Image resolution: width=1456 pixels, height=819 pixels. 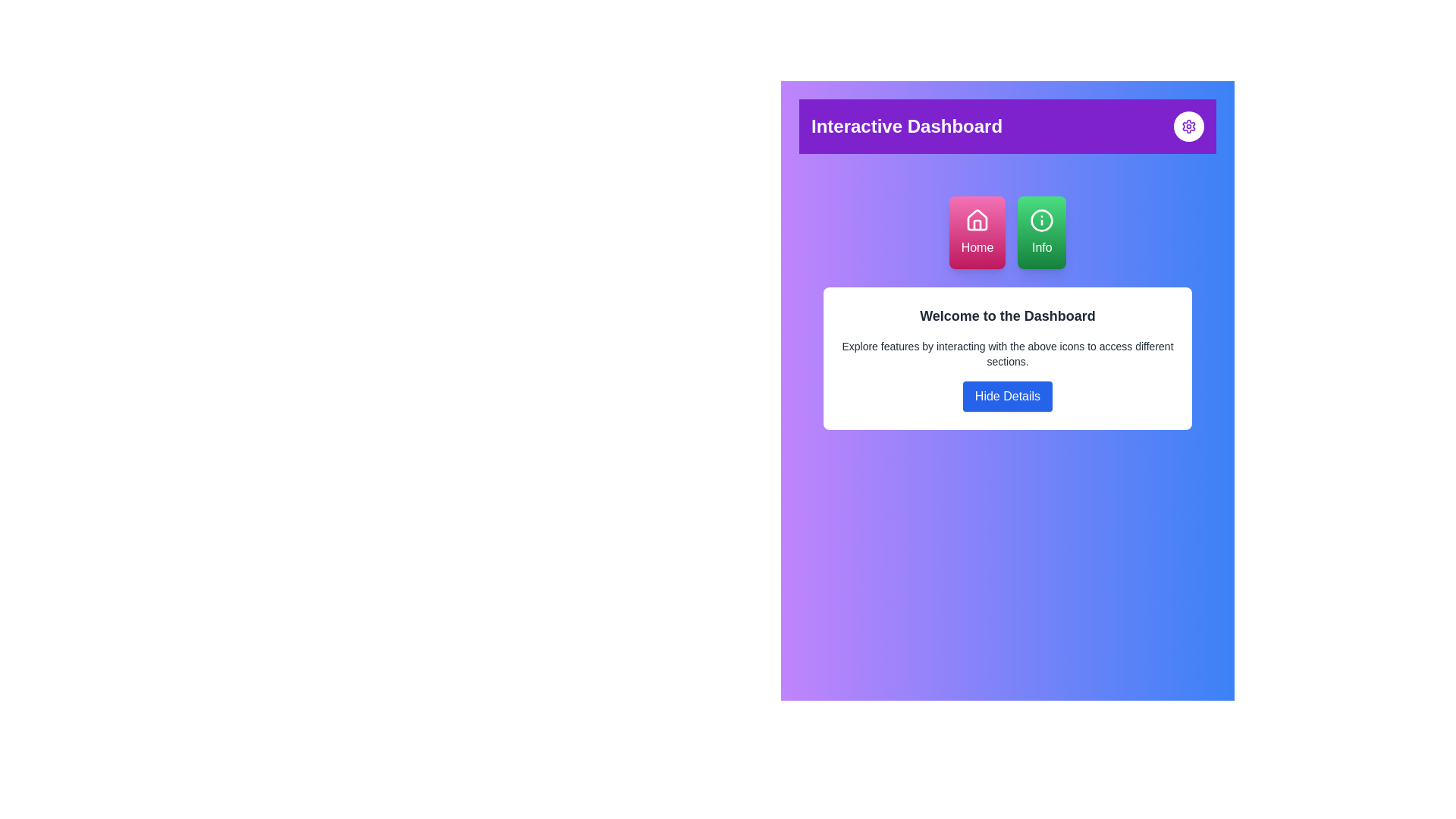 What do you see at coordinates (1008, 353) in the screenshot?
I see `the text paragraph that reads 'Explore features by interacting with the above icons` at bounding box center [1008, 353].